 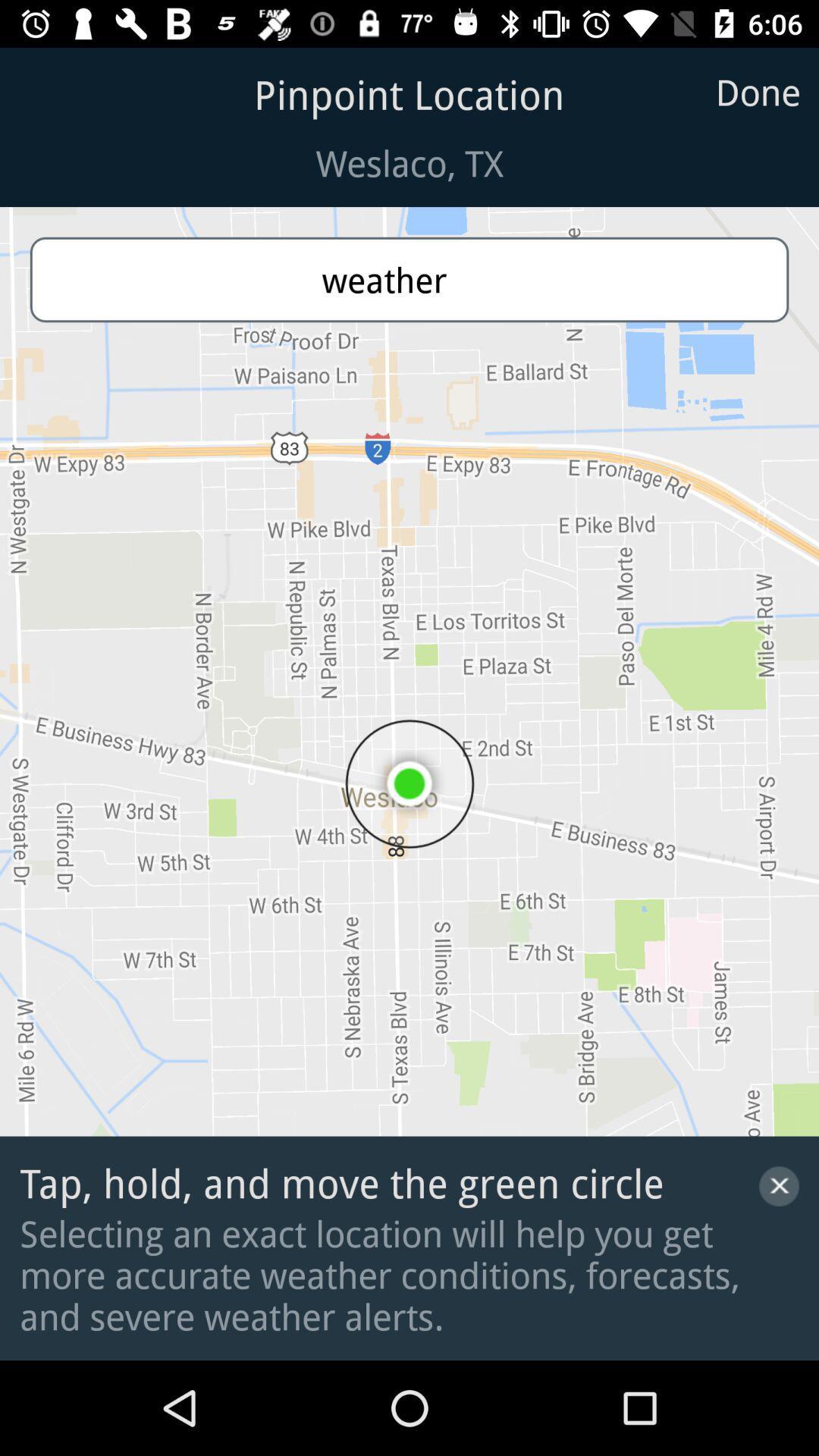 I want to click on the close icon, so click(x=779, y=1185).